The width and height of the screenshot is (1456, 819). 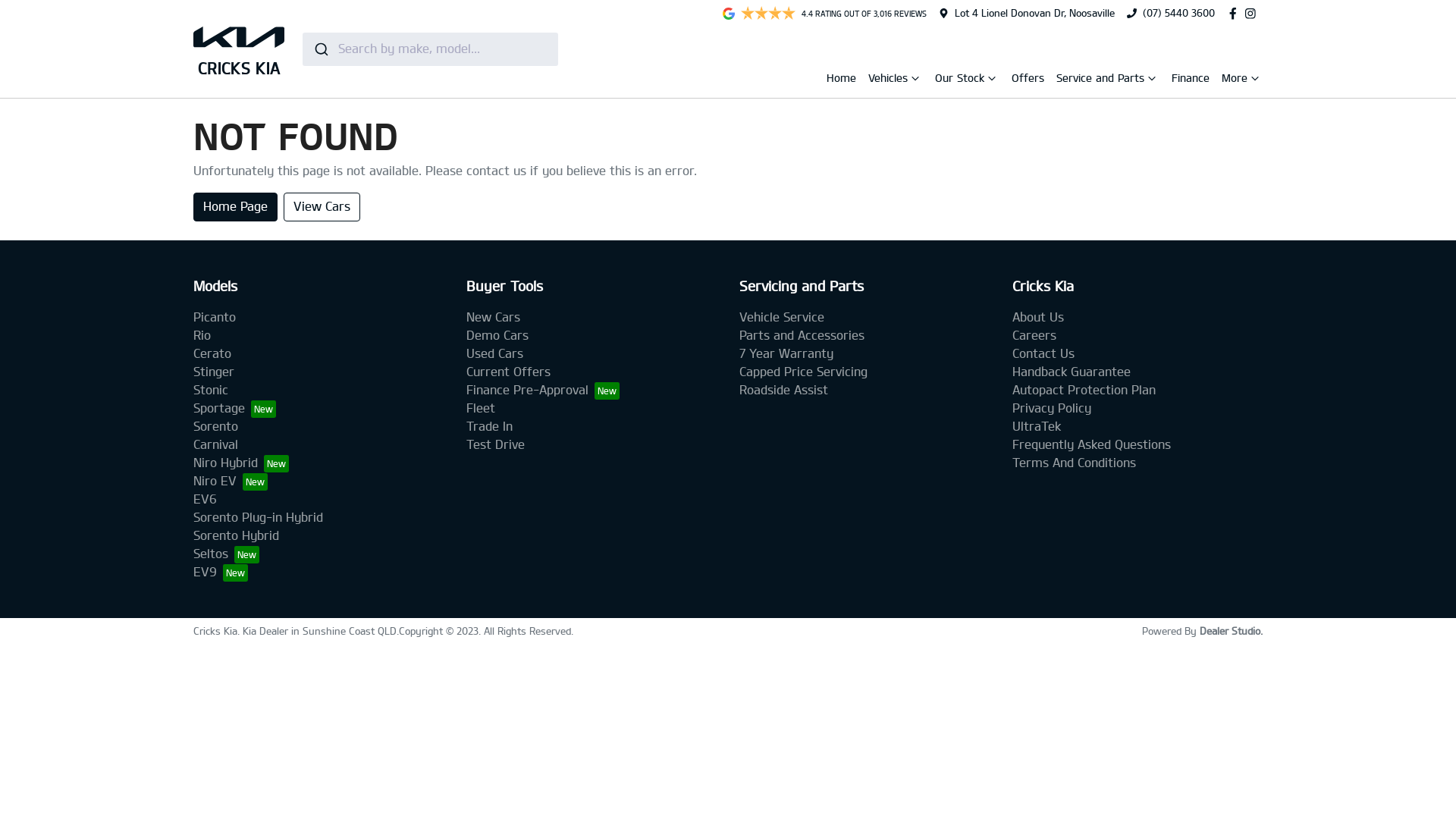 What do you see at coordinates (497, 334) in the screenshot?
I see `'Demo Cars'` at bounding box center [497, 334].